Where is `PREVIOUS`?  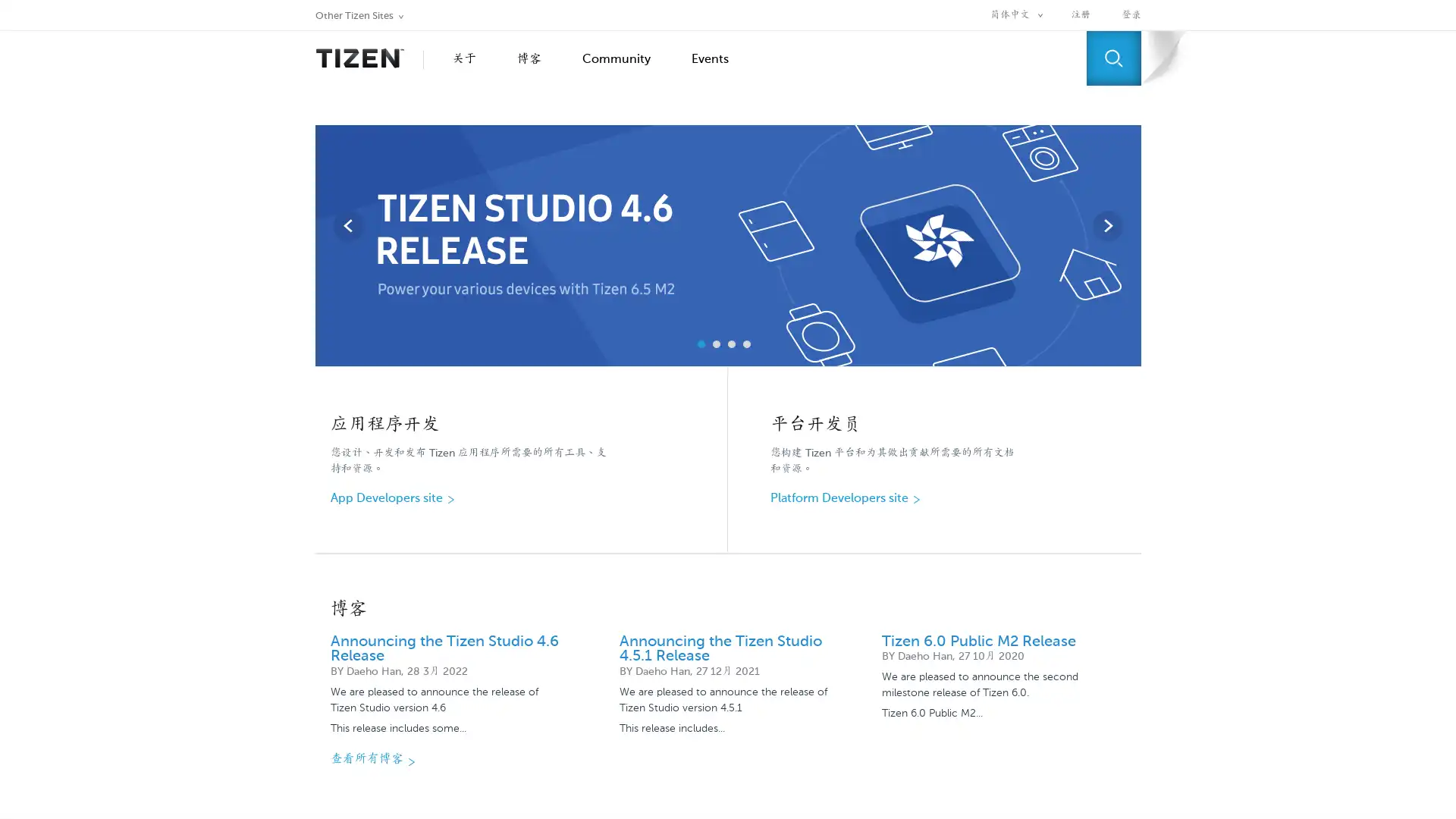 PREVIOUS is located at coordinates (347, 225).